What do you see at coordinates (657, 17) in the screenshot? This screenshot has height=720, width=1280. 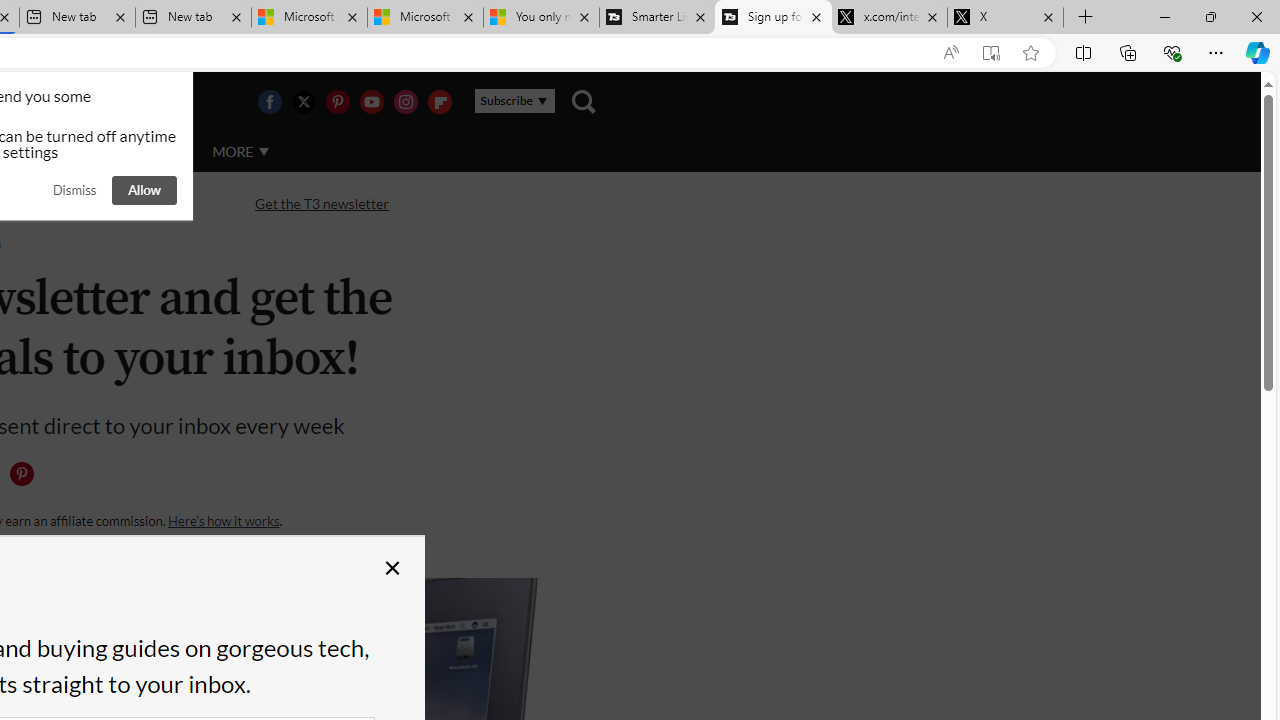 I see `'Smarter Living | T3'` at bounding box center [657, 17].